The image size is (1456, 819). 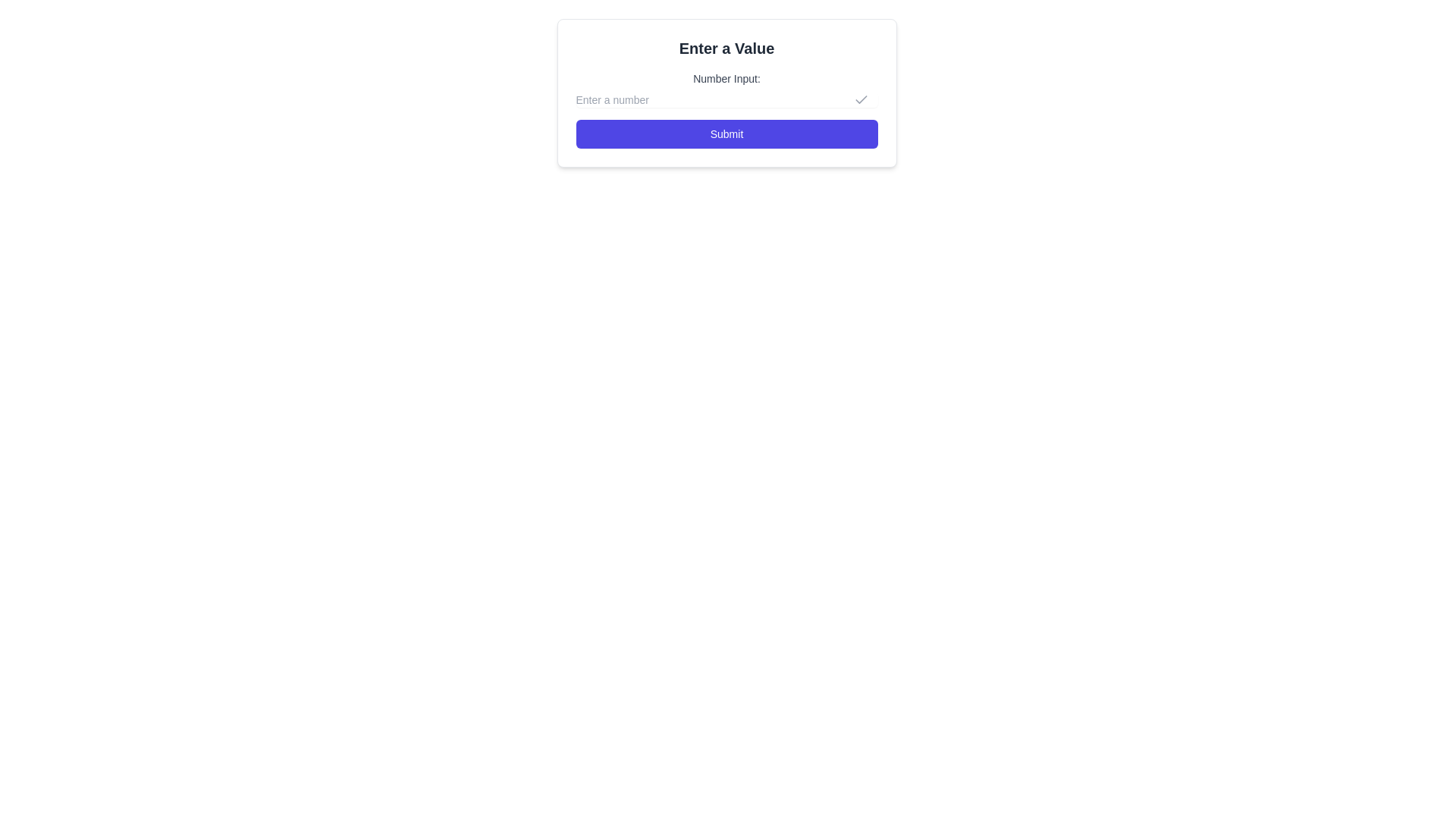 What do you see at coordinates (726, 133) in the screenshot?
I see `the 'Submit' button located directly below the 'Number Input:' field` at bounding box center [726, 133].